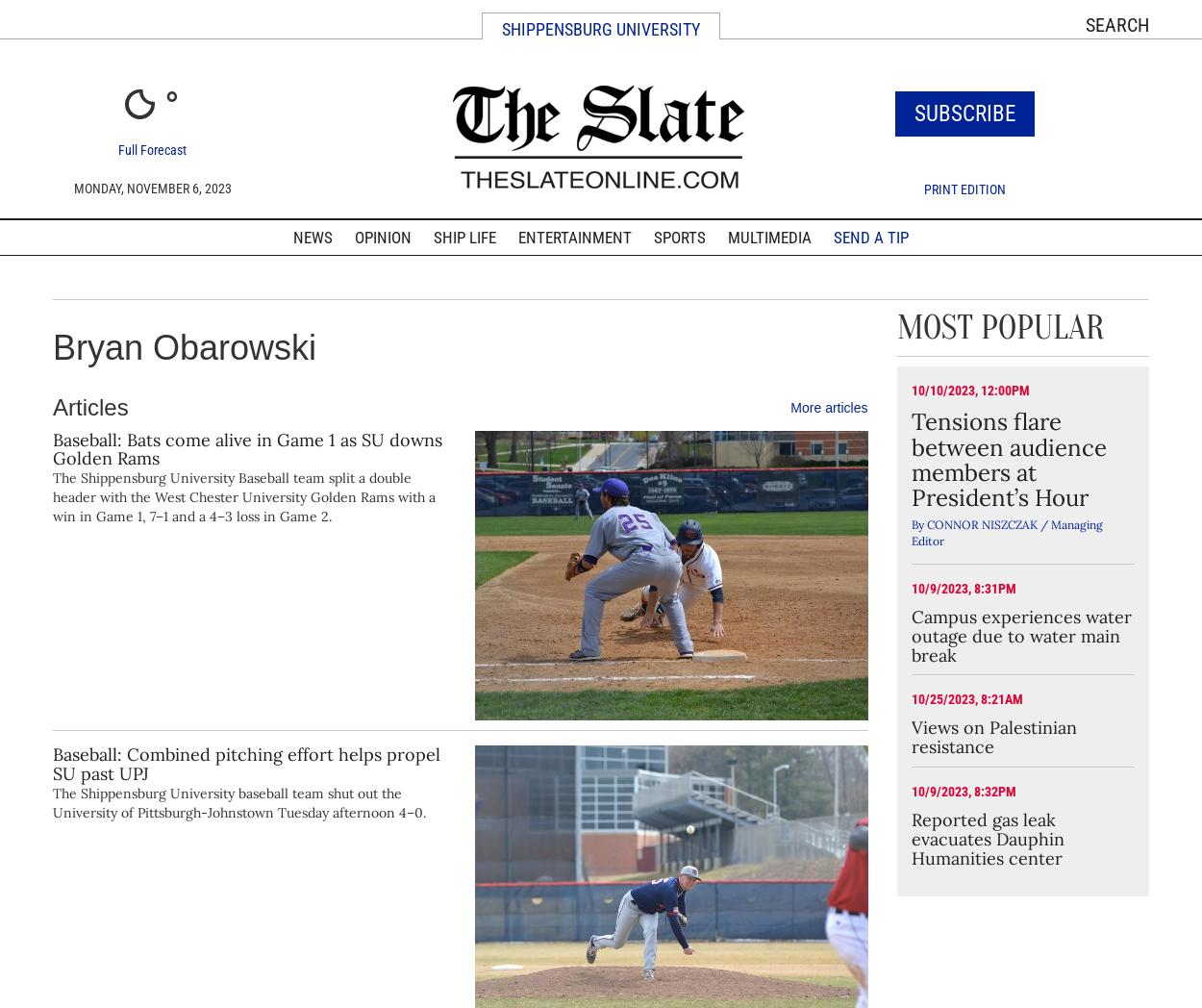 This screenshot has width=1202, height=1008. I want to click on 'The Shippensburg University Baseball team split a double header with the West Chester University Golden Rams with a win in Game 1, 7–1 and a 4–3 loss in Game 2.', so click(244, 496).